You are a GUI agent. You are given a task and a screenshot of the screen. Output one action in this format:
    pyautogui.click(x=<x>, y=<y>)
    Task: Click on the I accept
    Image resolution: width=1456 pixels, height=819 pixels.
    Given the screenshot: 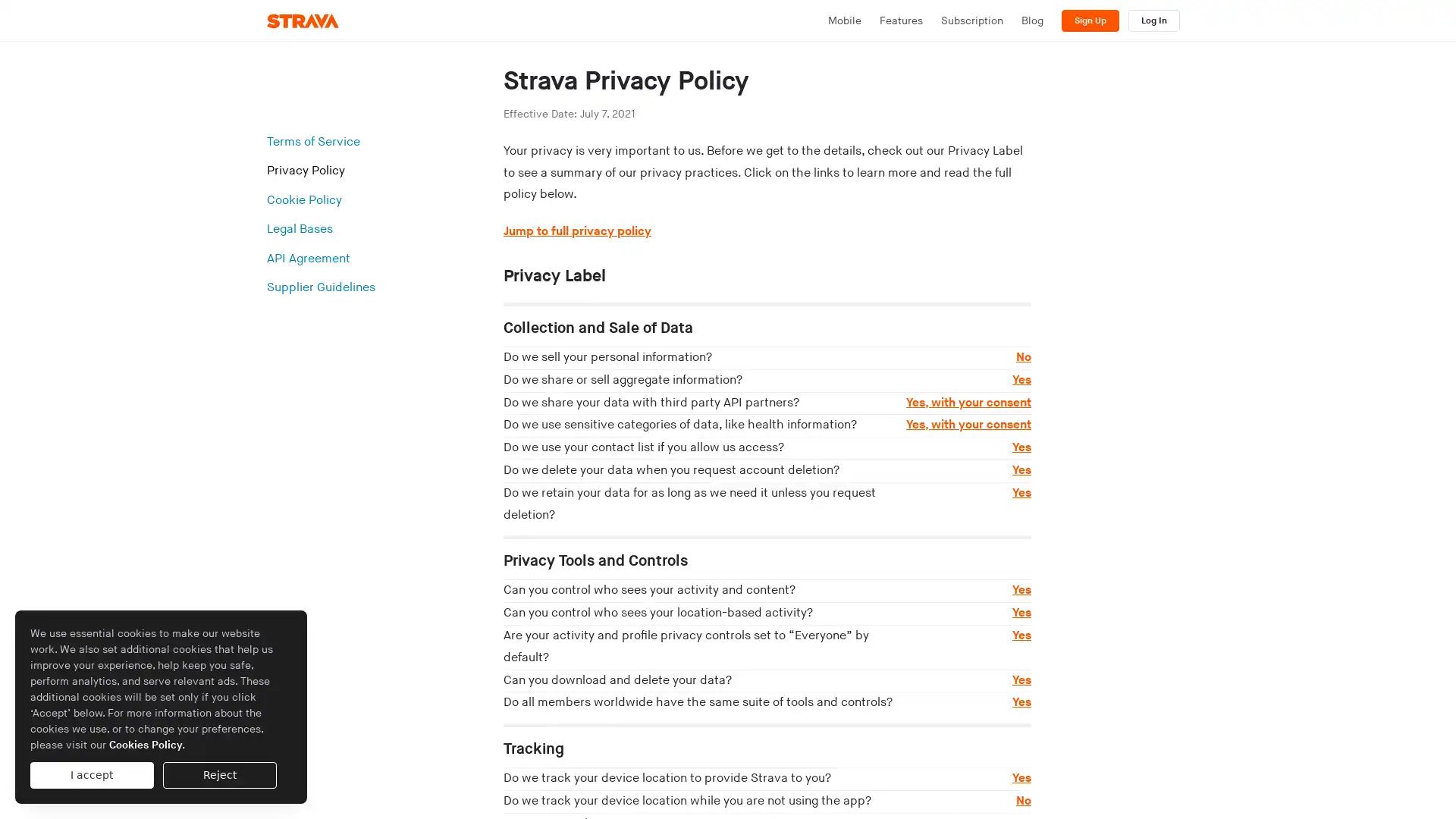 What is the action you would take?
    pyautogui.click(x=90, y=775)
    